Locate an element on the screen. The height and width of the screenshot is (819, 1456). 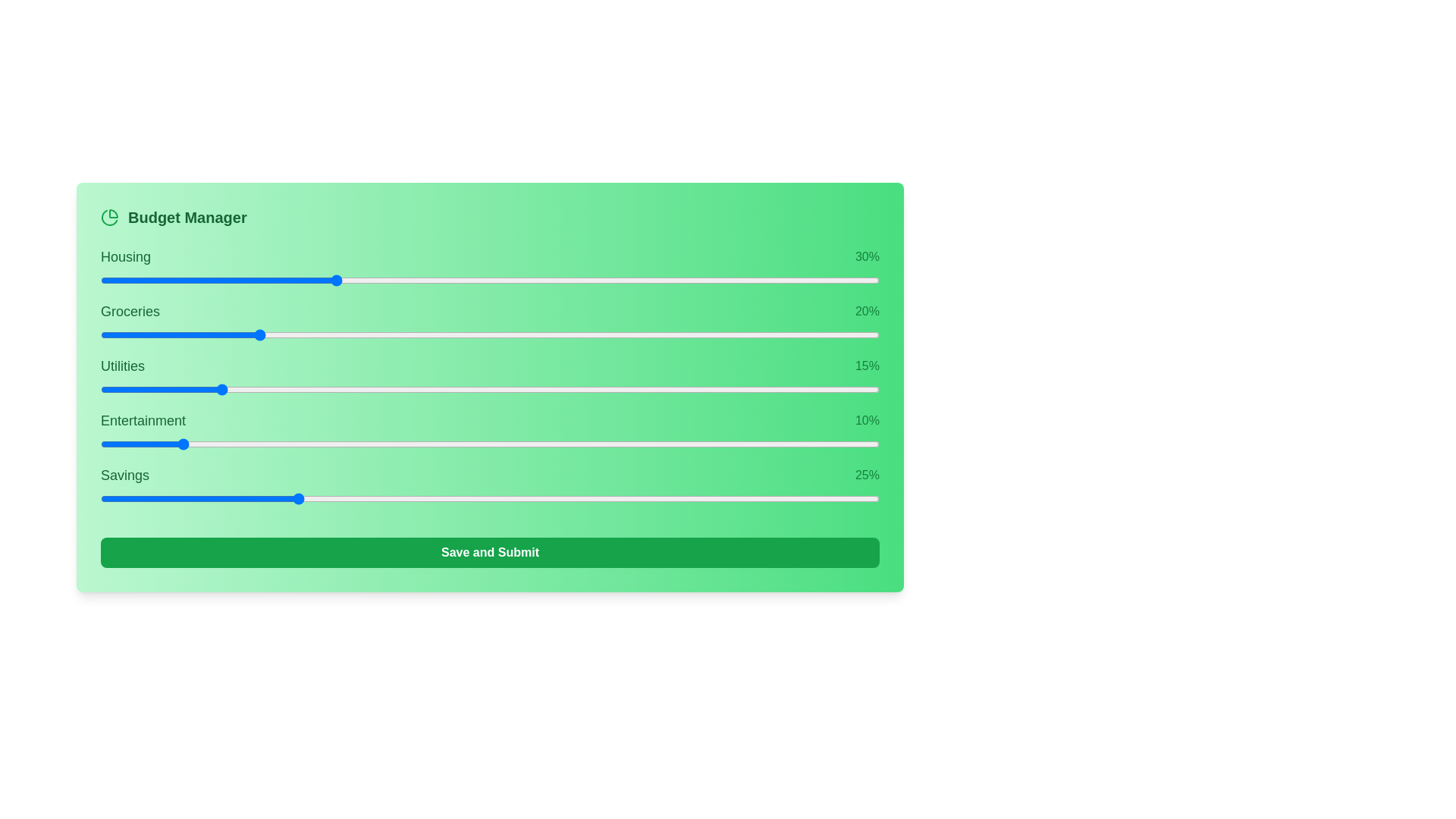
the slider for 2 to 47% allocation is located at coordinates (672, 388).